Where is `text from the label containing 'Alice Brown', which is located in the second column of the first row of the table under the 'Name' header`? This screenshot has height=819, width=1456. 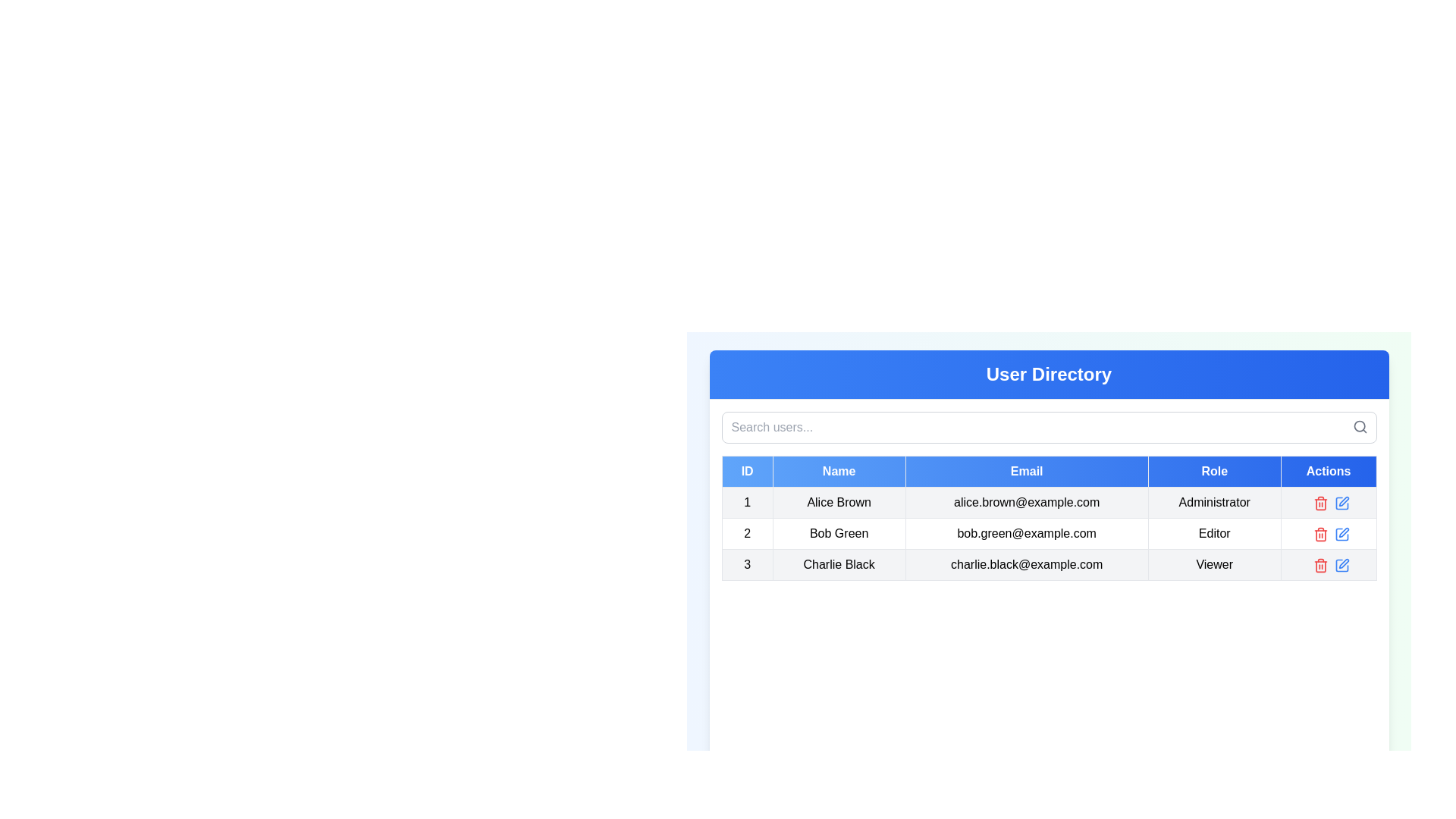 text from the label containing 'Alice Brown', which is located in the second column of the first row of the table under the 'Name' header is located at coordinates (838, 503).